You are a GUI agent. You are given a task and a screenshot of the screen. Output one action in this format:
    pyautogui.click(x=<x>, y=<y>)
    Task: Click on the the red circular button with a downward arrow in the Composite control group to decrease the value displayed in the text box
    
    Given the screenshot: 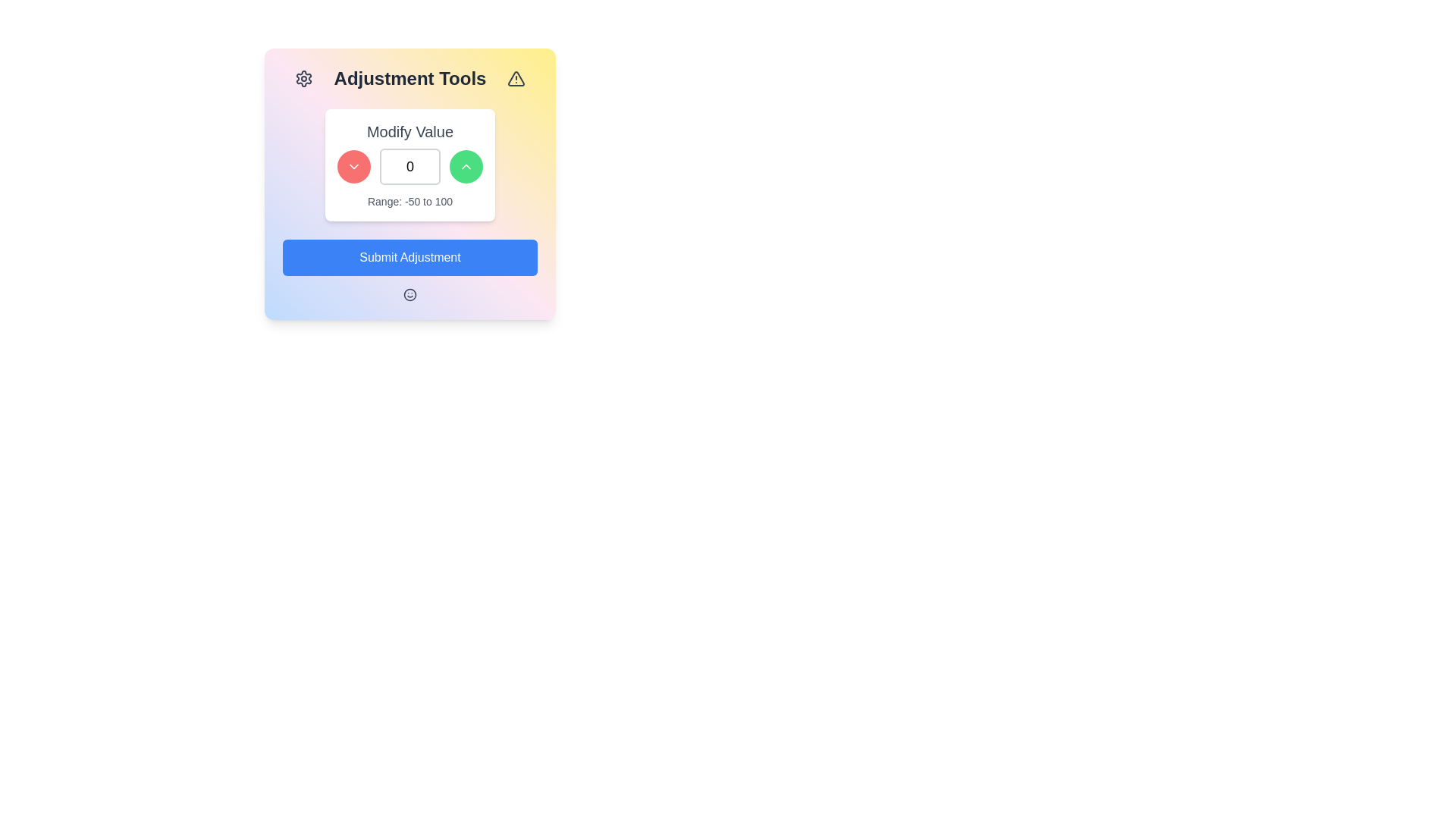 What is the action you would take?
    pyautogui.click(x=410, y=166)
    